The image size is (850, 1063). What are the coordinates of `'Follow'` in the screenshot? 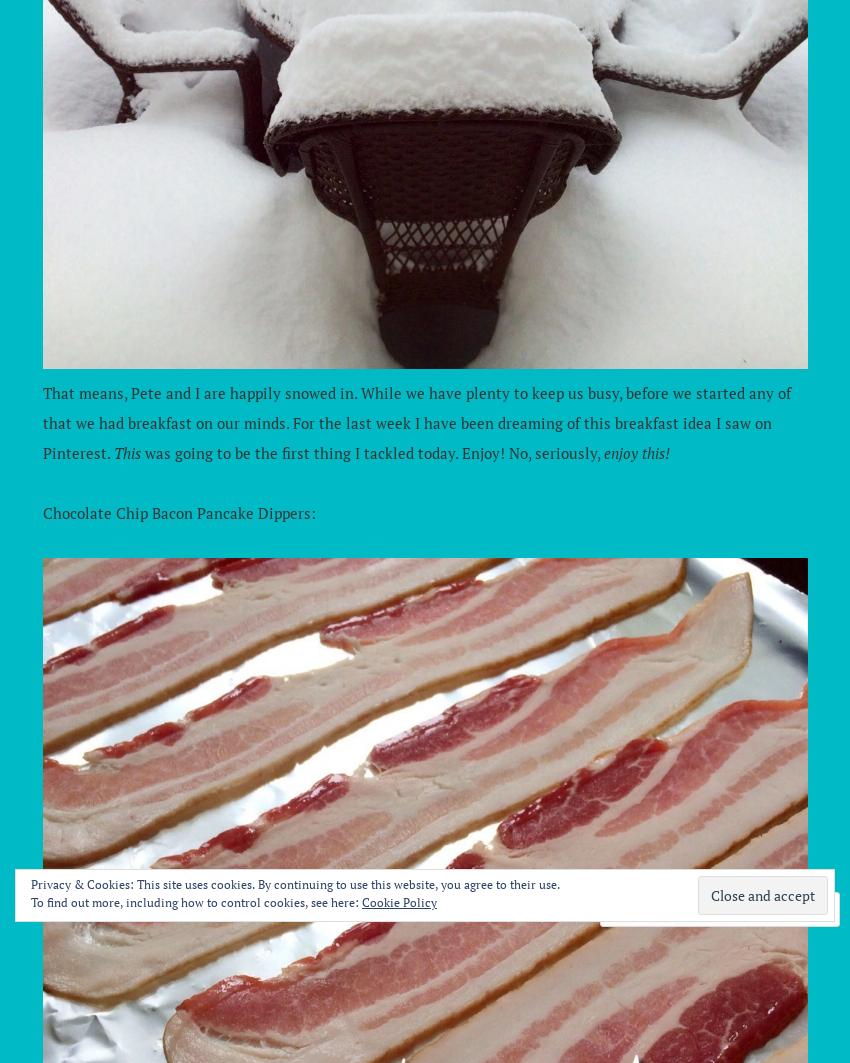 It's located at (766, 908).